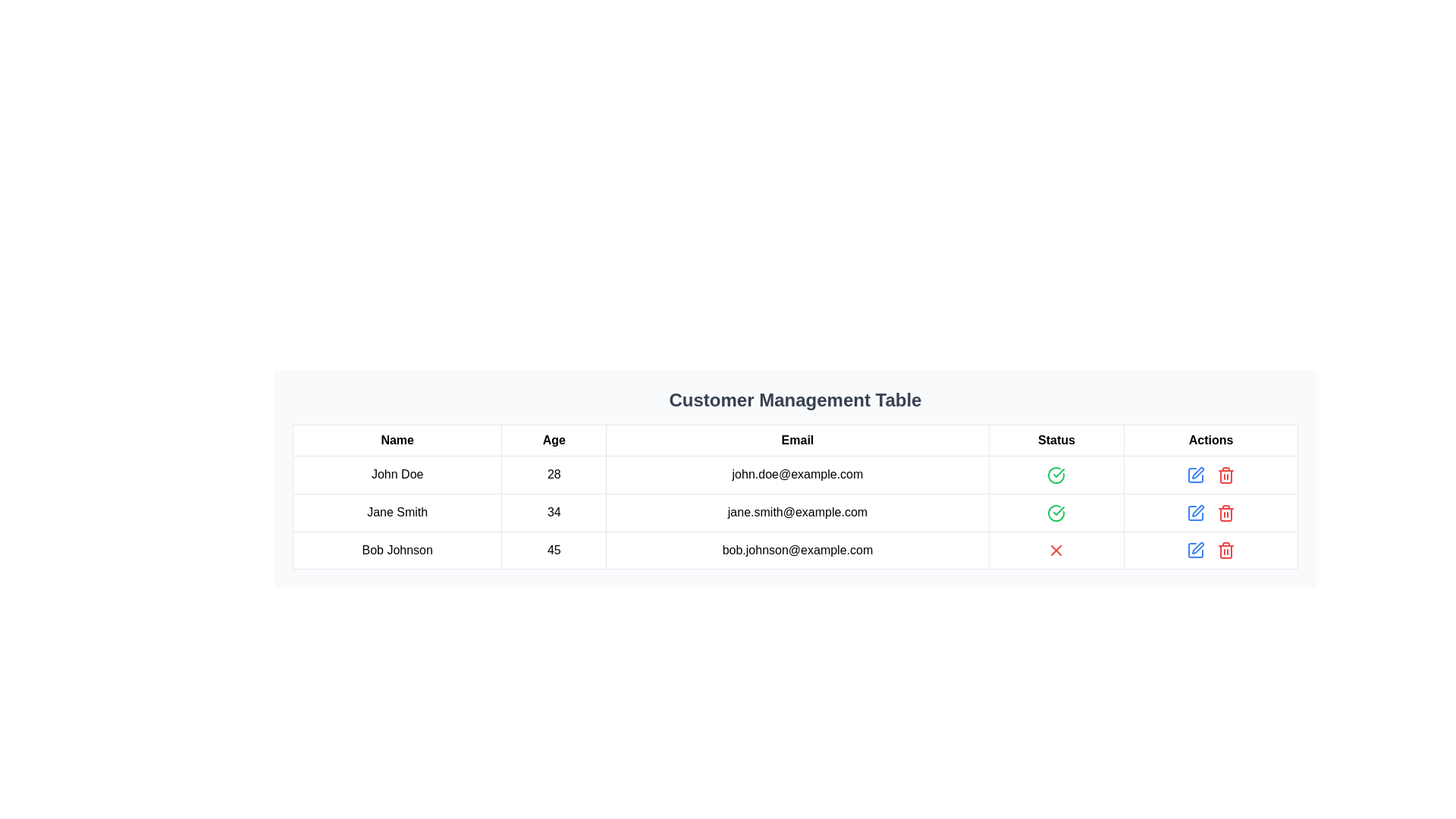 The image size is (1456, 819). What do you see at coordinates (397, 550) in the screenshot?
I see `the static text content displaying the name 'Bob Johnson' located in the third row, first column of the table, directly below 'Jane Smith' and to the left of '45'` at bounding box center [397, 550].